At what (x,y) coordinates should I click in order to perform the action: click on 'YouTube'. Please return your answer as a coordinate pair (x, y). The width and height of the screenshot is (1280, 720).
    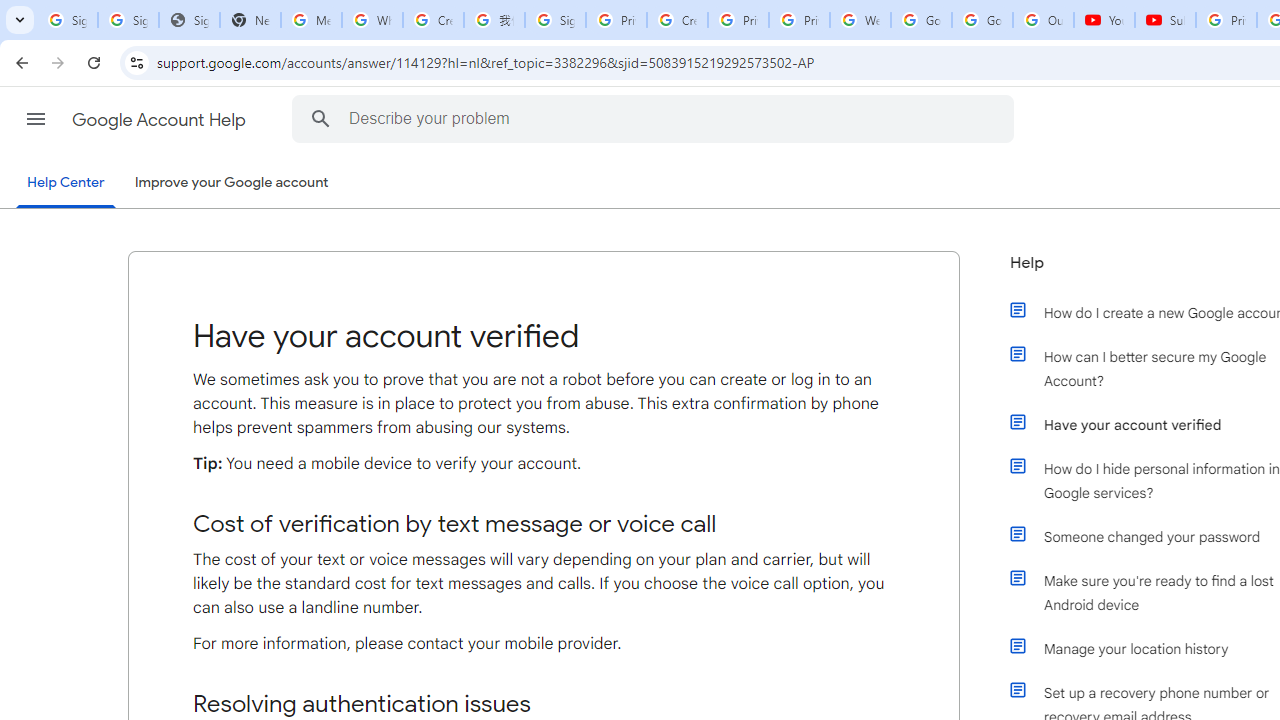
    Looking at the image, I should click on (1103, 20).